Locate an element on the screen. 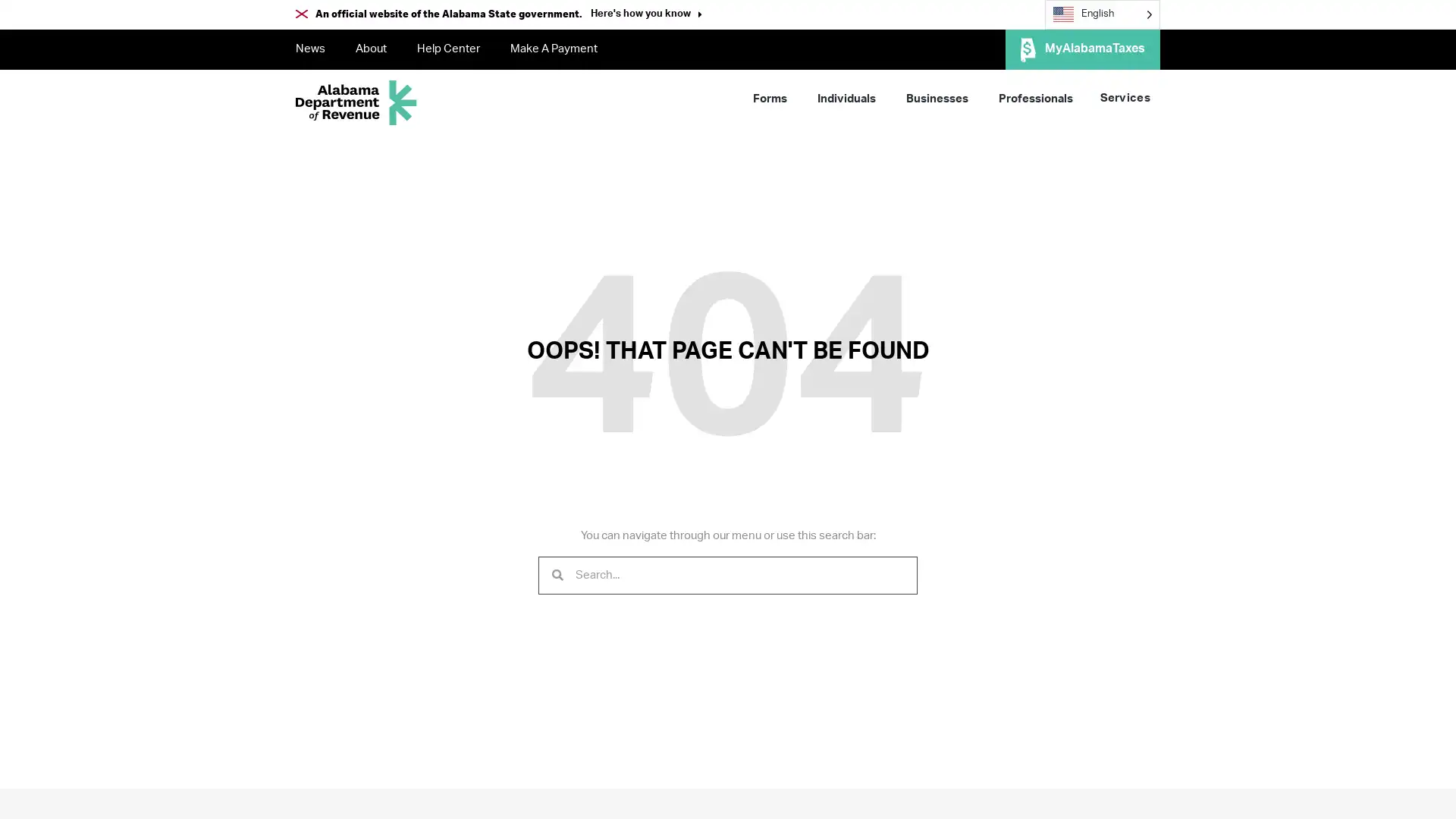 The width and height of the screenshot is (1456, 819). Here's how you know is located at coordinates (646, 14).